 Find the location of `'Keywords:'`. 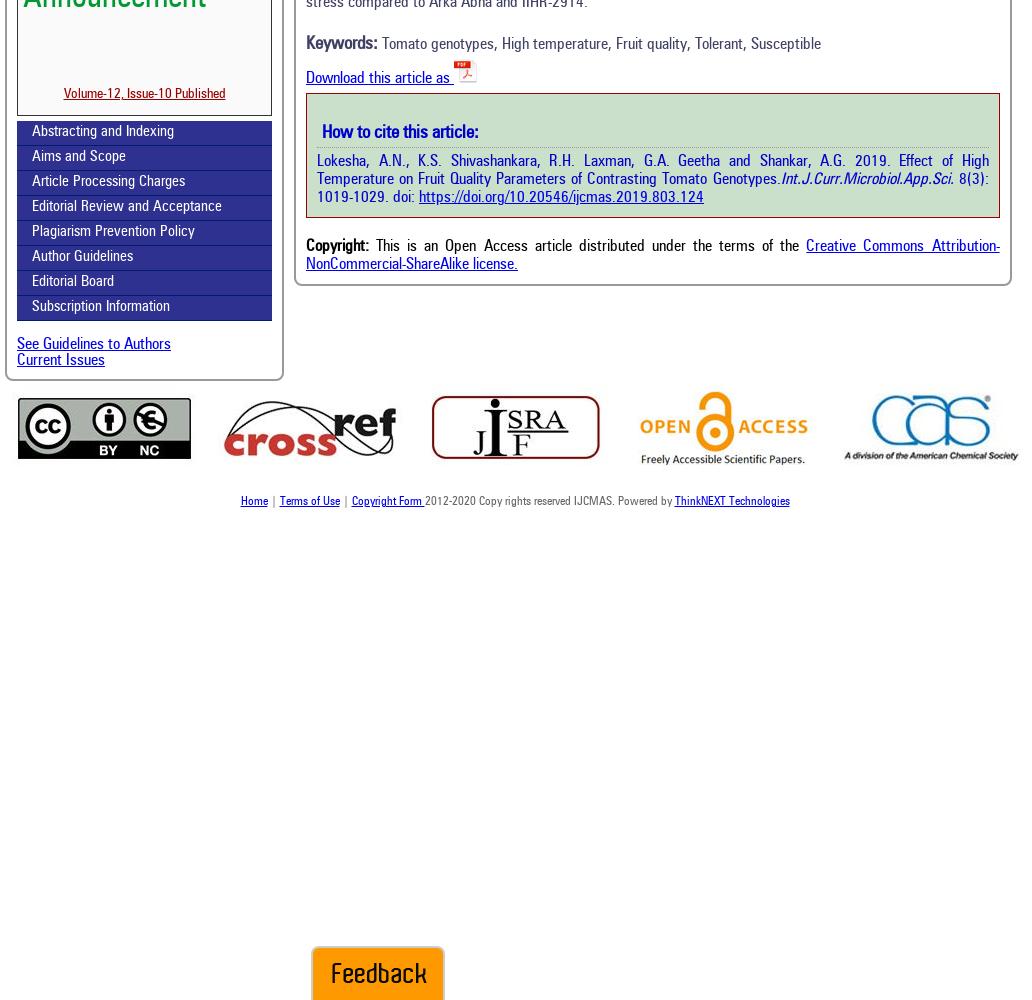

'Keywords:' is located at coordinates (305, 43).